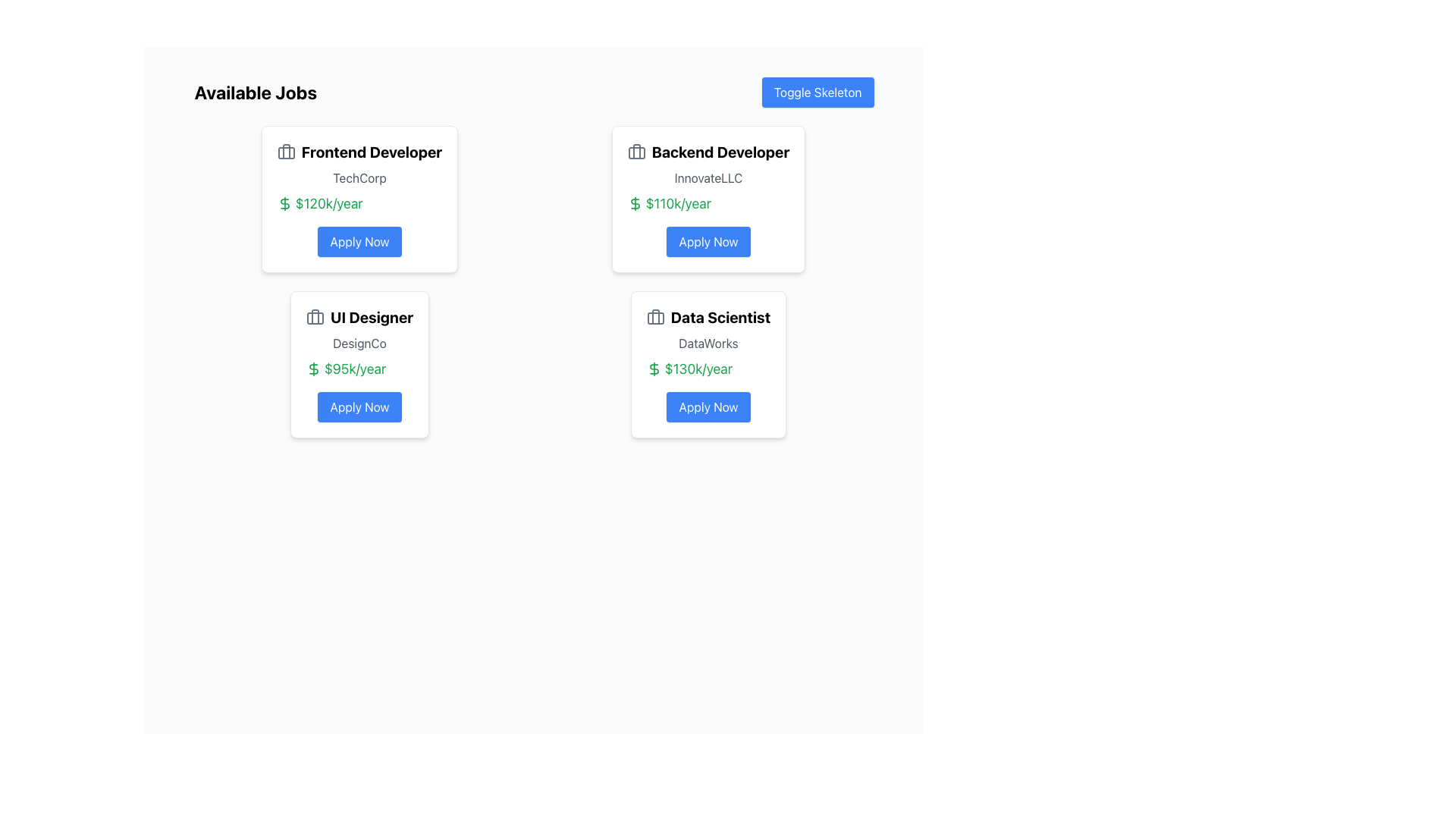 This screenshot has width=1456, height=819. Describe the element at coordinates (708, 365) in the screenshot. I see `the job listing card for the 'Data Scientist' position, which is located in the bottom-right corner of the job listings grid, adjacent to the 'Backend Developer' card` at that location.